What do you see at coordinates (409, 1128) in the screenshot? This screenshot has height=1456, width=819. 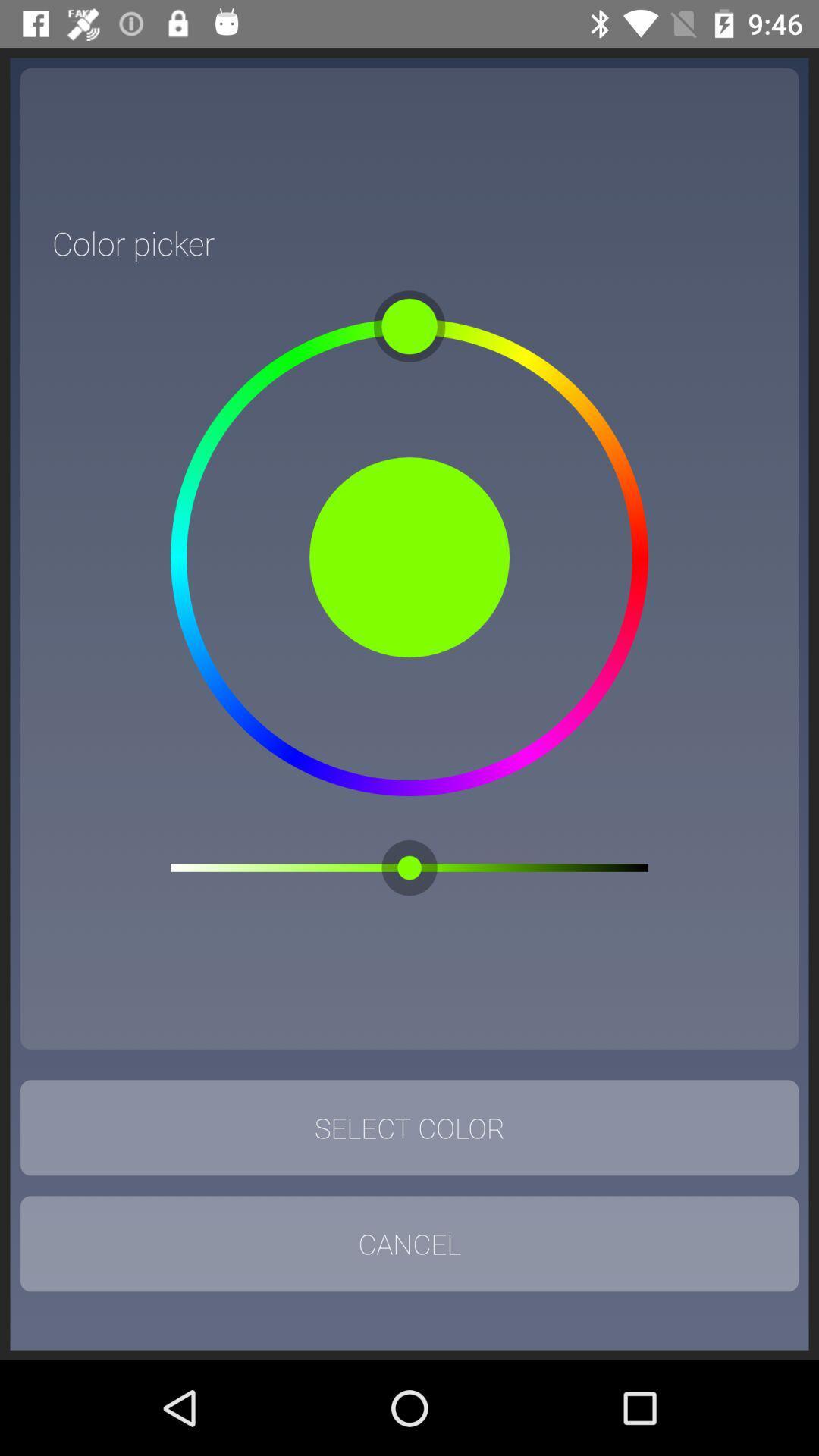 I see `icon above cancel` at bounding box center [409, 1128].